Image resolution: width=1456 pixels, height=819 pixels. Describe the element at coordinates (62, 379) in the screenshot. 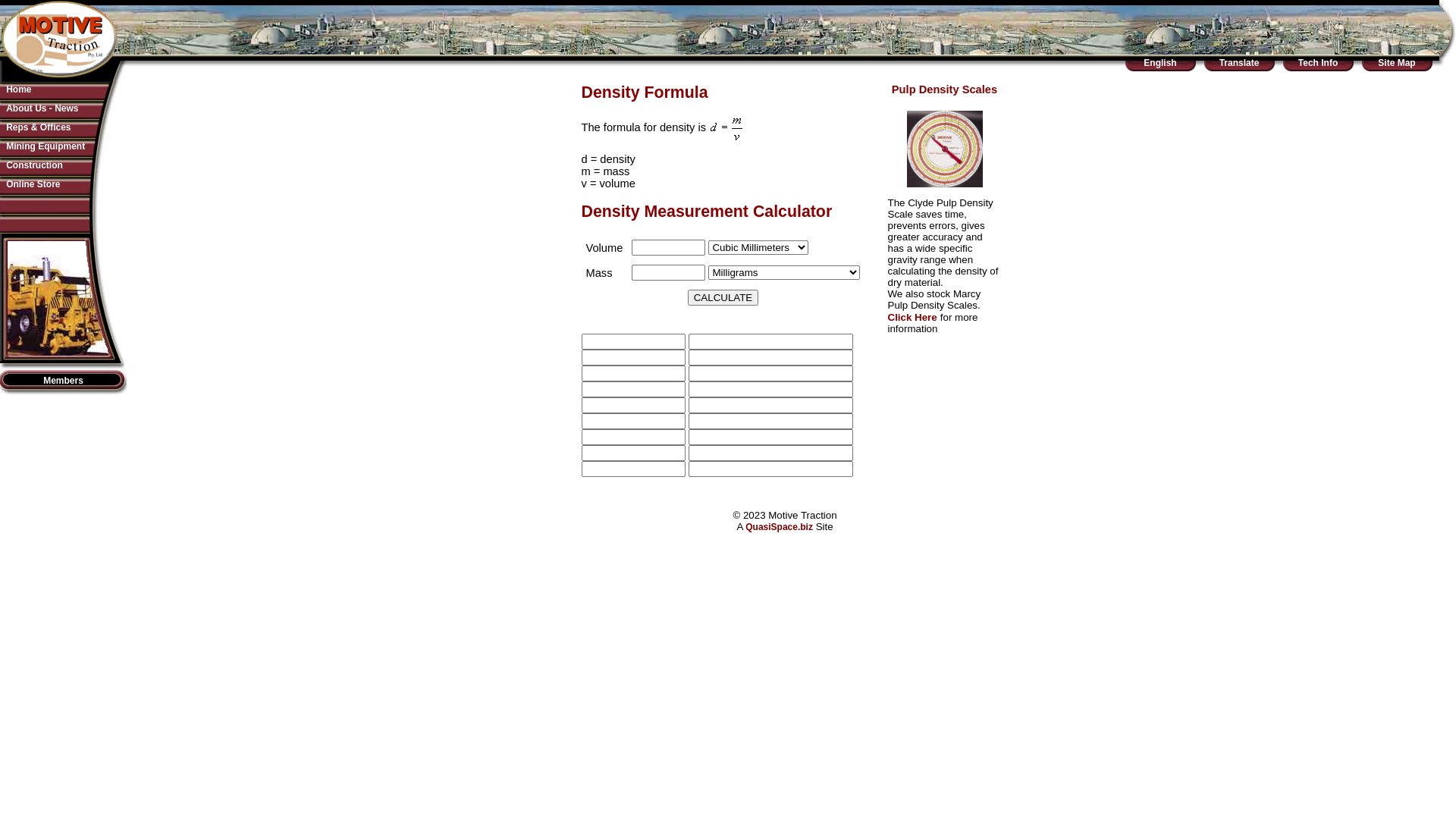

I see `'Members'` at that location.